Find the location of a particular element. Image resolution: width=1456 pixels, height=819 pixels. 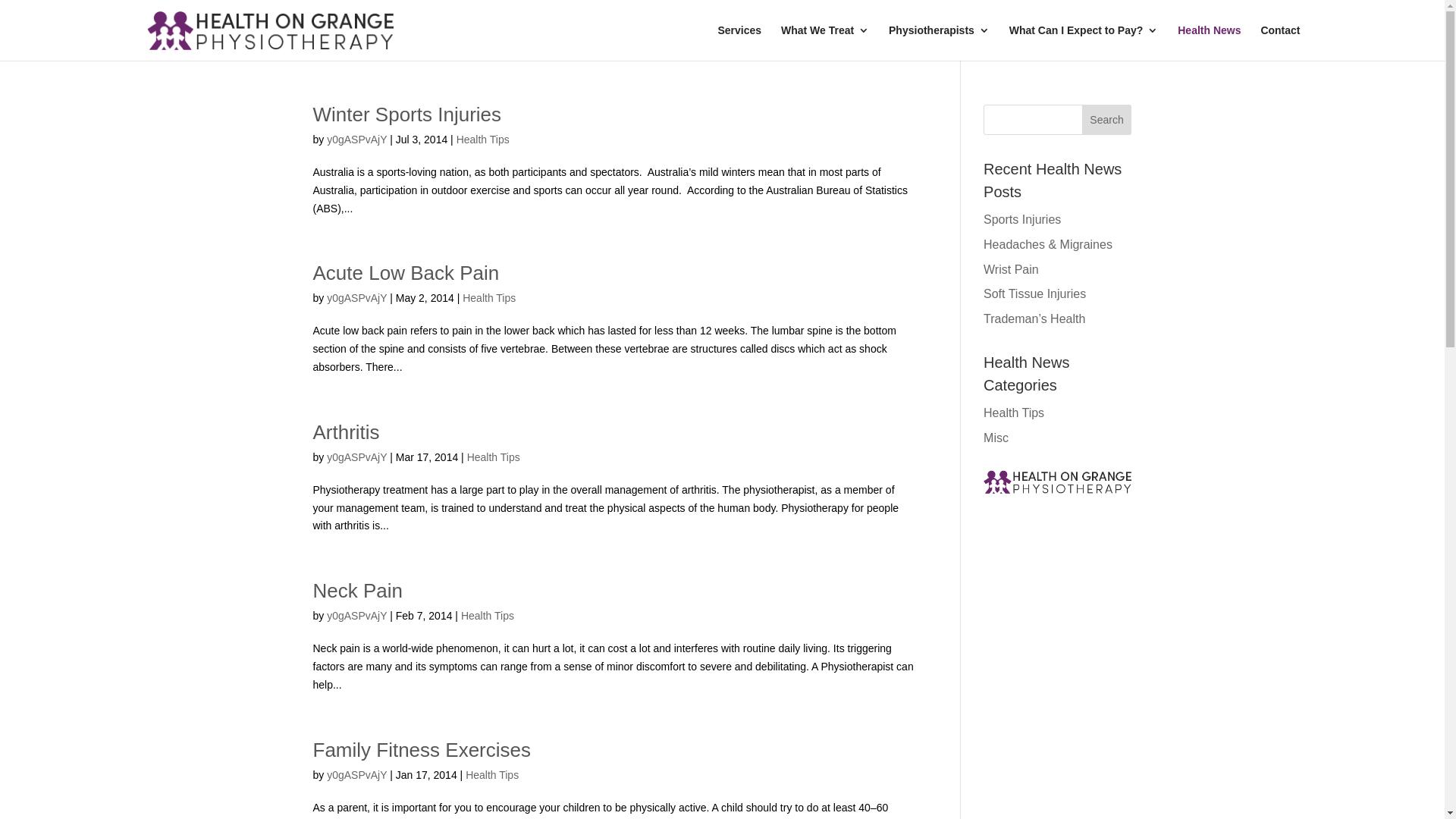

'Family Fitness Exercises' is located at coordinates (422, 748).